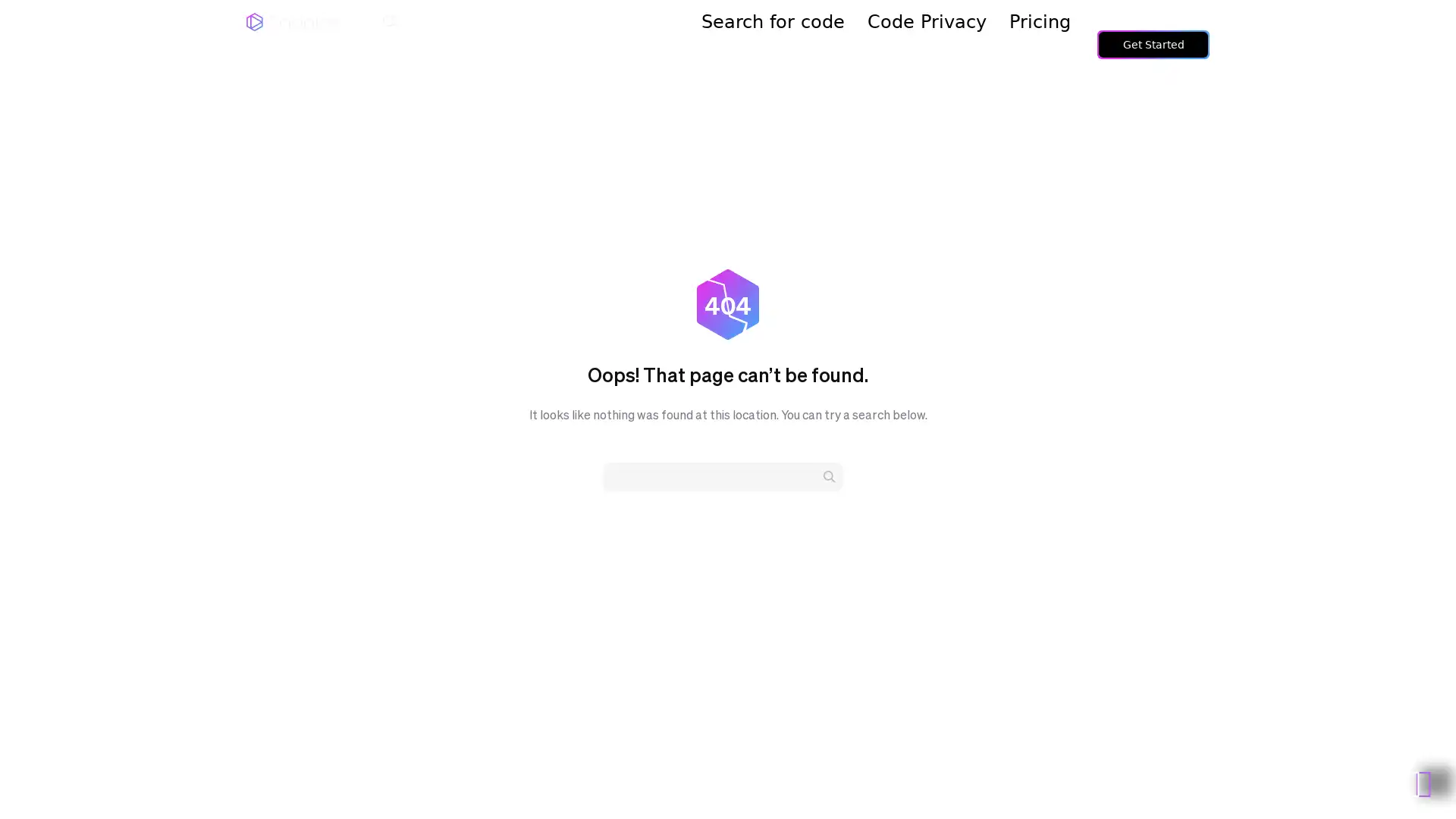 This screenshot has height=819, width=1456. I want to click on Dismiss Message, so click(1376, 761).